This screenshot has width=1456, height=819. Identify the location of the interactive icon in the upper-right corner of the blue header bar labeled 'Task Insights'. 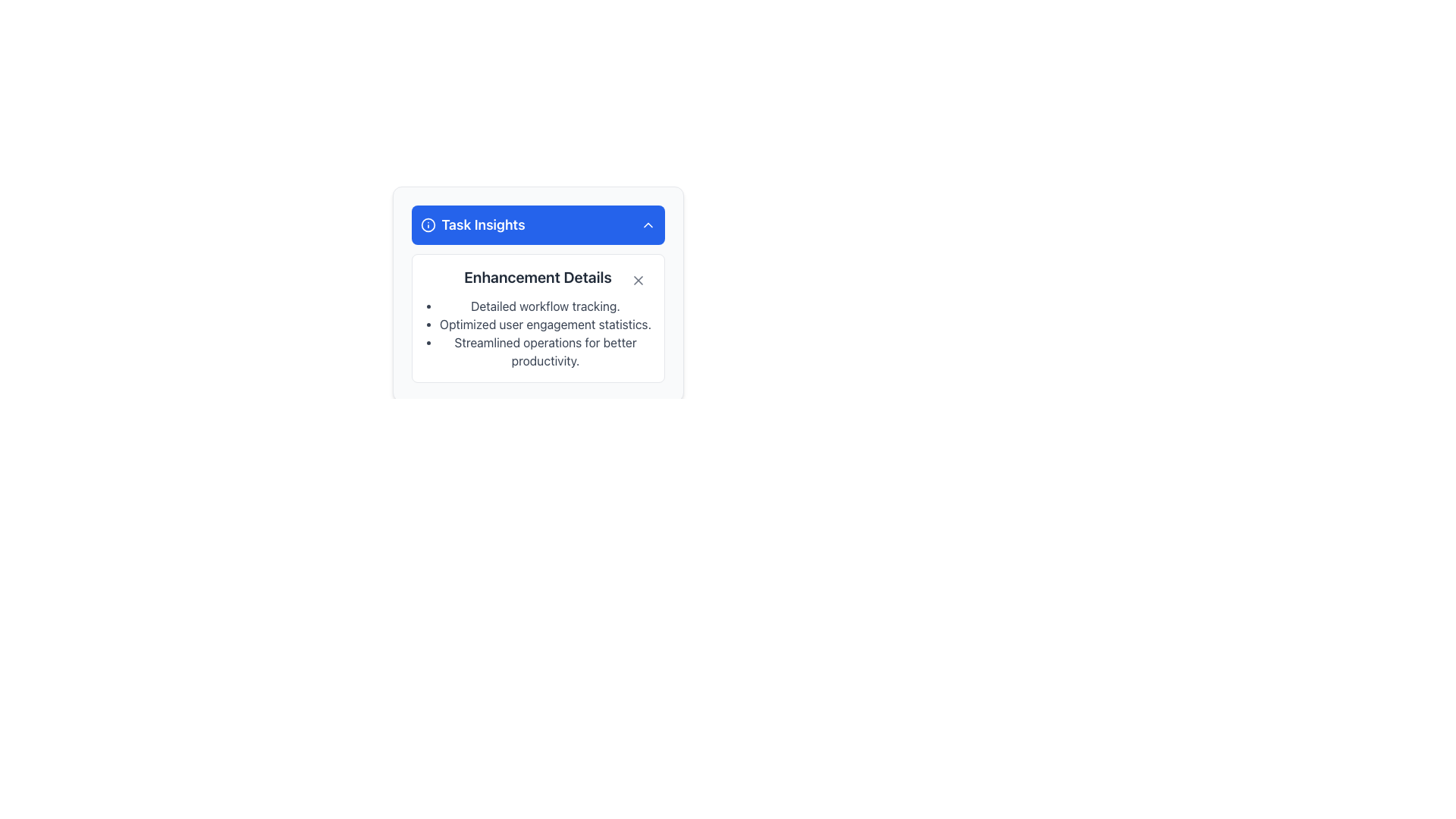
(648, 225).